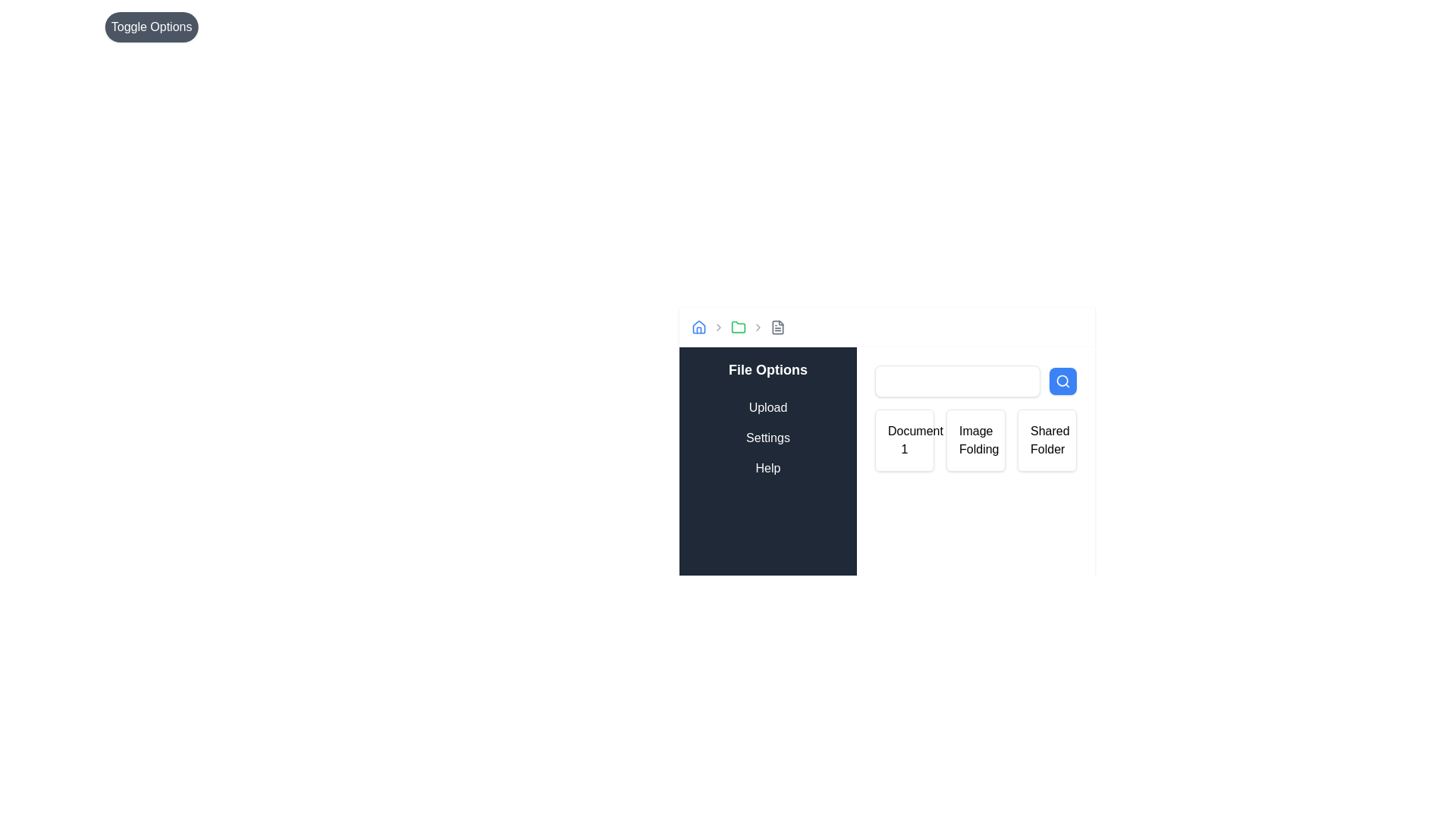 This screenshot has height=819, width=1456. Describe the element at coordinates (1062, 380) in the screenshot. I see `the search icon located in the top-right part of the interface, which is part of a rounded rectangular button styled with a blue background` at that location.